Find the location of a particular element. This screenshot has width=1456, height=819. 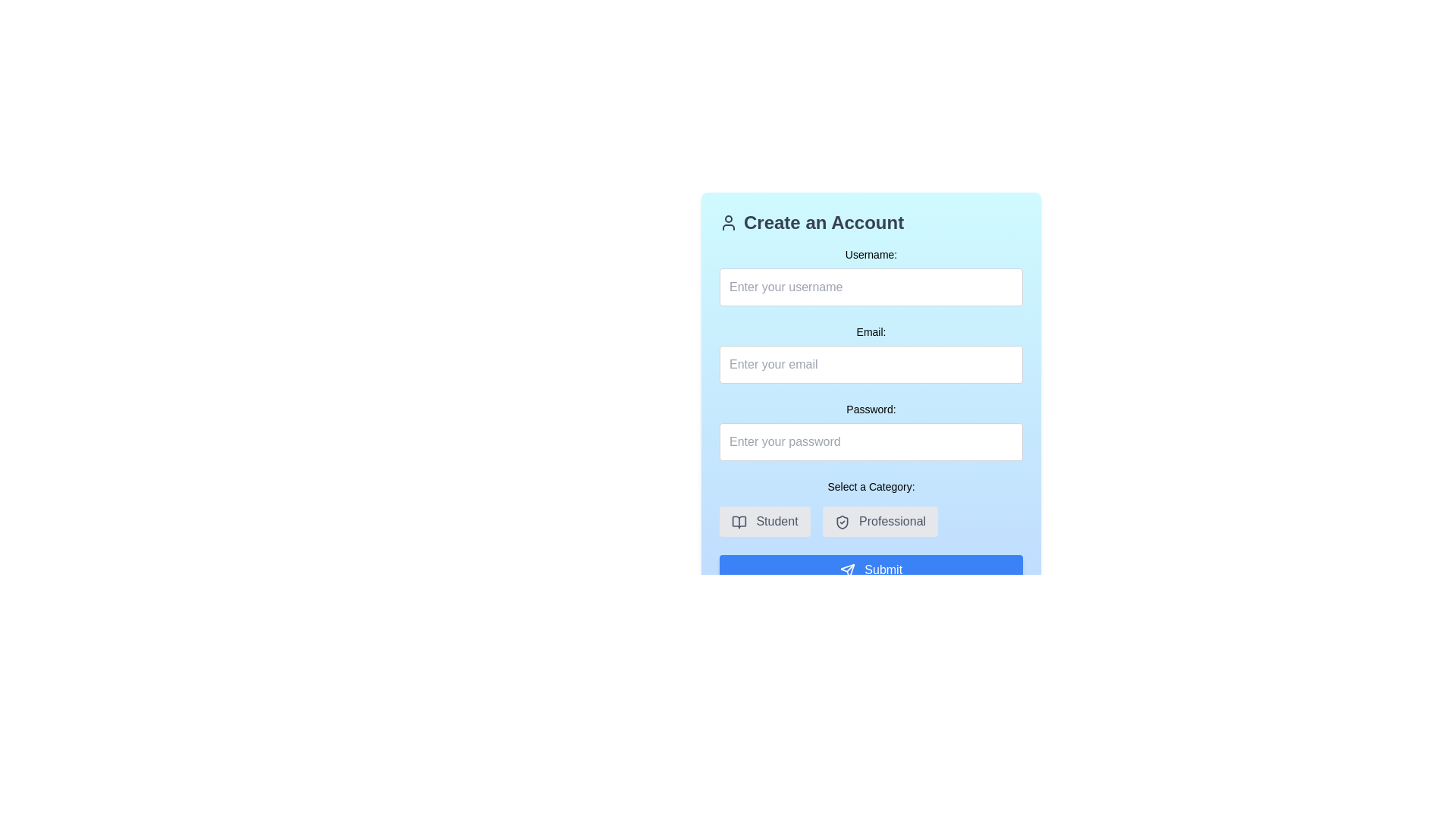

the icon located at the far-left side of the 'Submit' button, which serves as a visual cue for the 'Submit' action is located at coordinates (846, 570).